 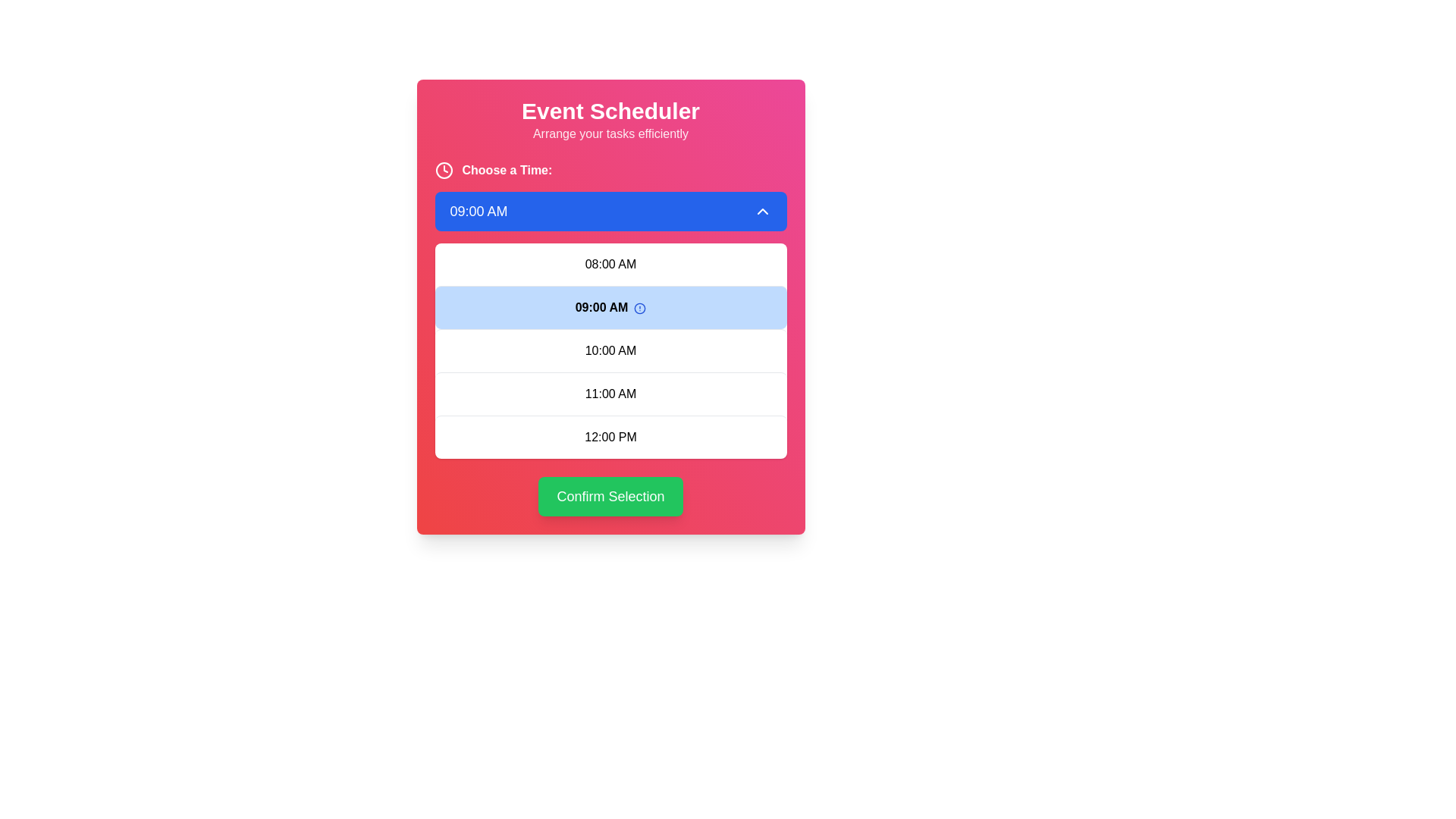 I want to click on the fourth item in the selectable list that displays the time '11:00 AM', so click(x=610, y=393).